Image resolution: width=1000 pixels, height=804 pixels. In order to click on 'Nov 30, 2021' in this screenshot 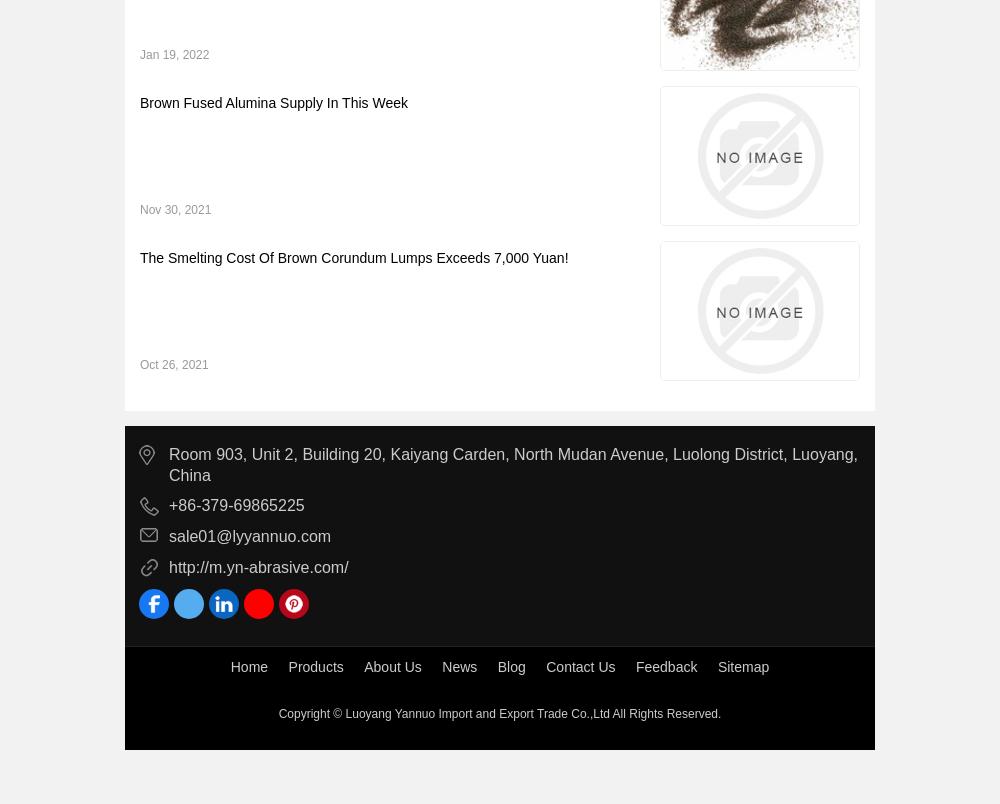, I will do `click(175, 209)`.